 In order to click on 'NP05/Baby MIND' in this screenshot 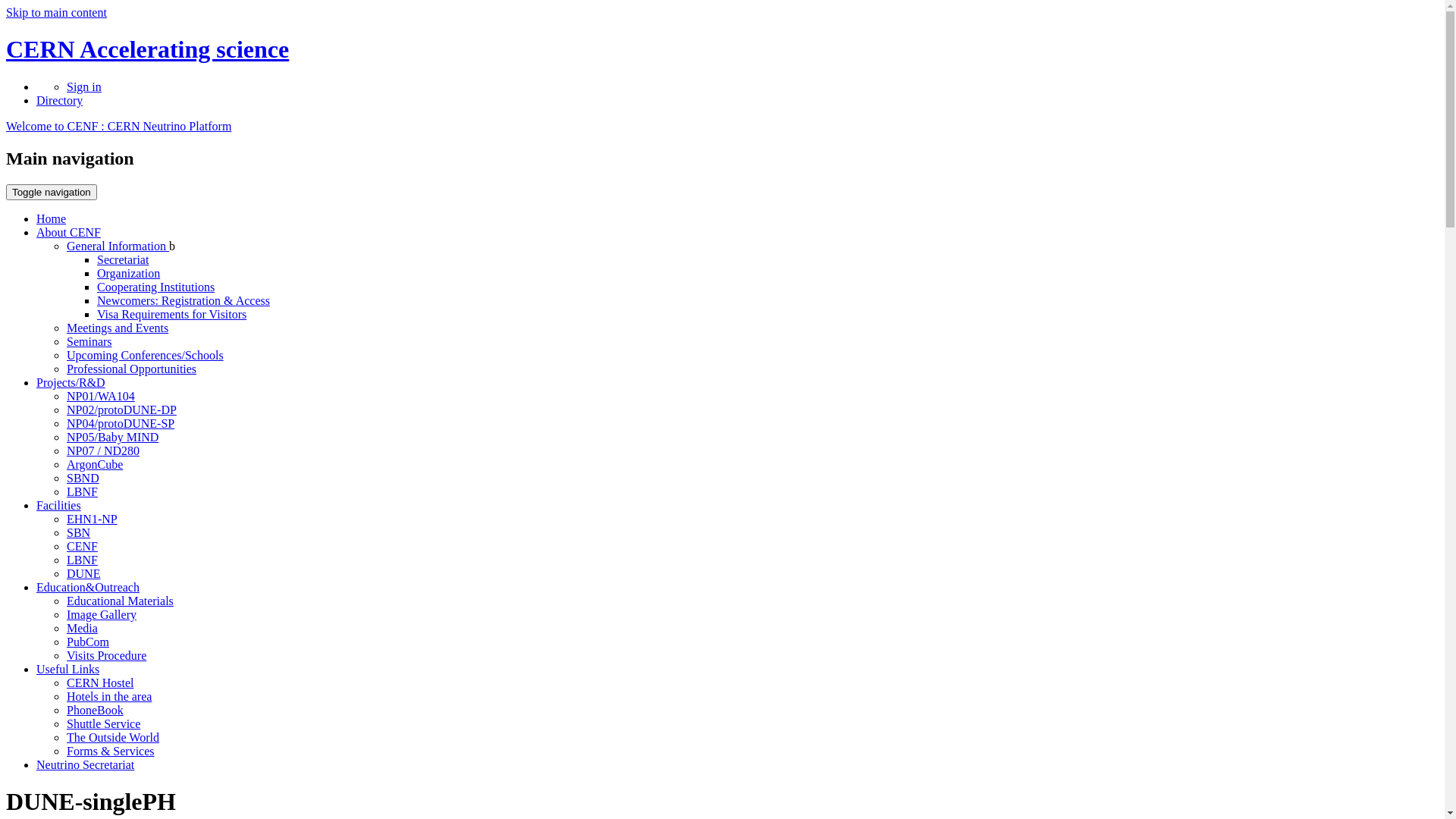, I will do `click(111, 437)`.